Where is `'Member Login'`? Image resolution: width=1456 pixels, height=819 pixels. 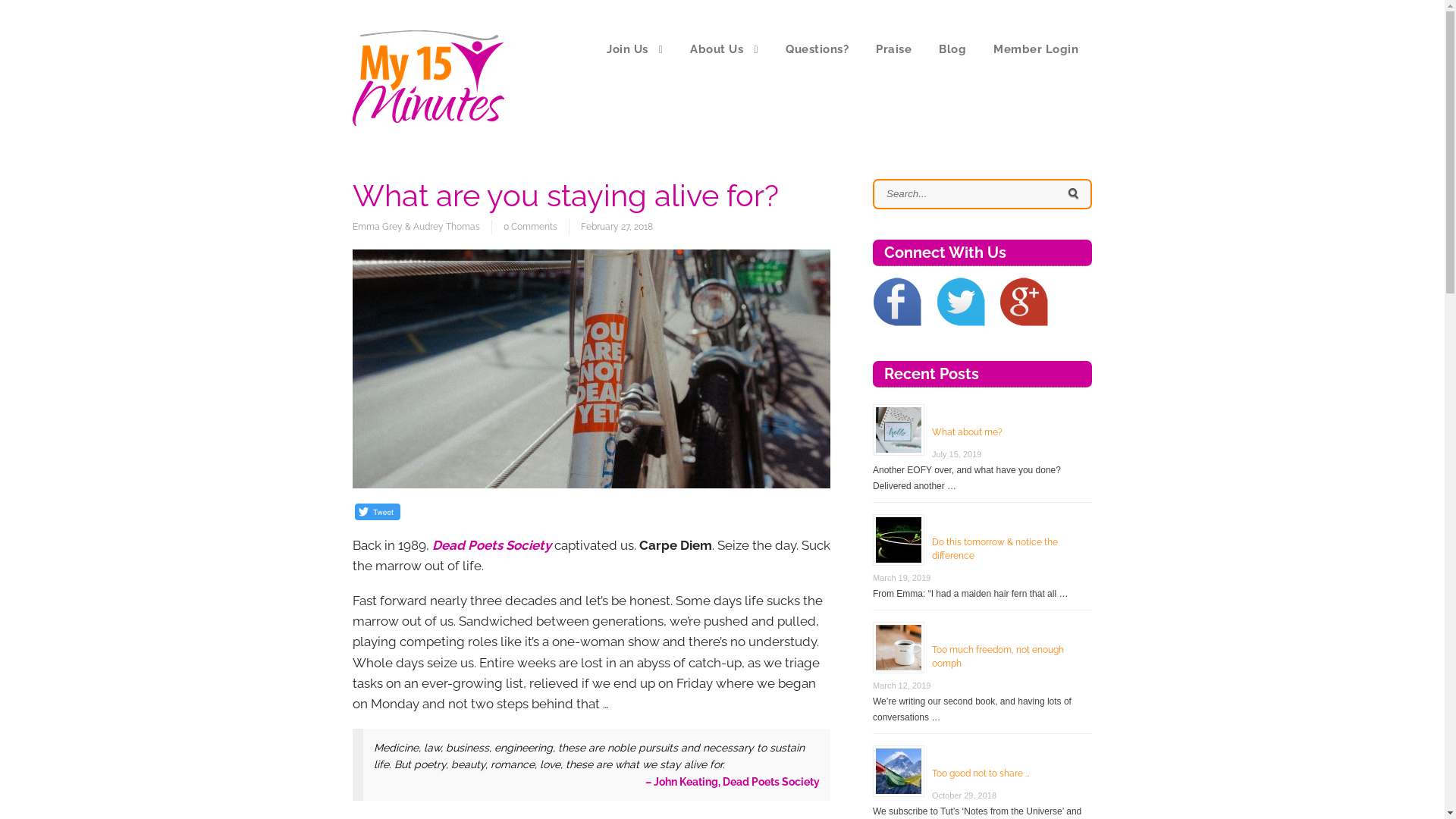 'Member Login' is located at coordinates (1035, 49).